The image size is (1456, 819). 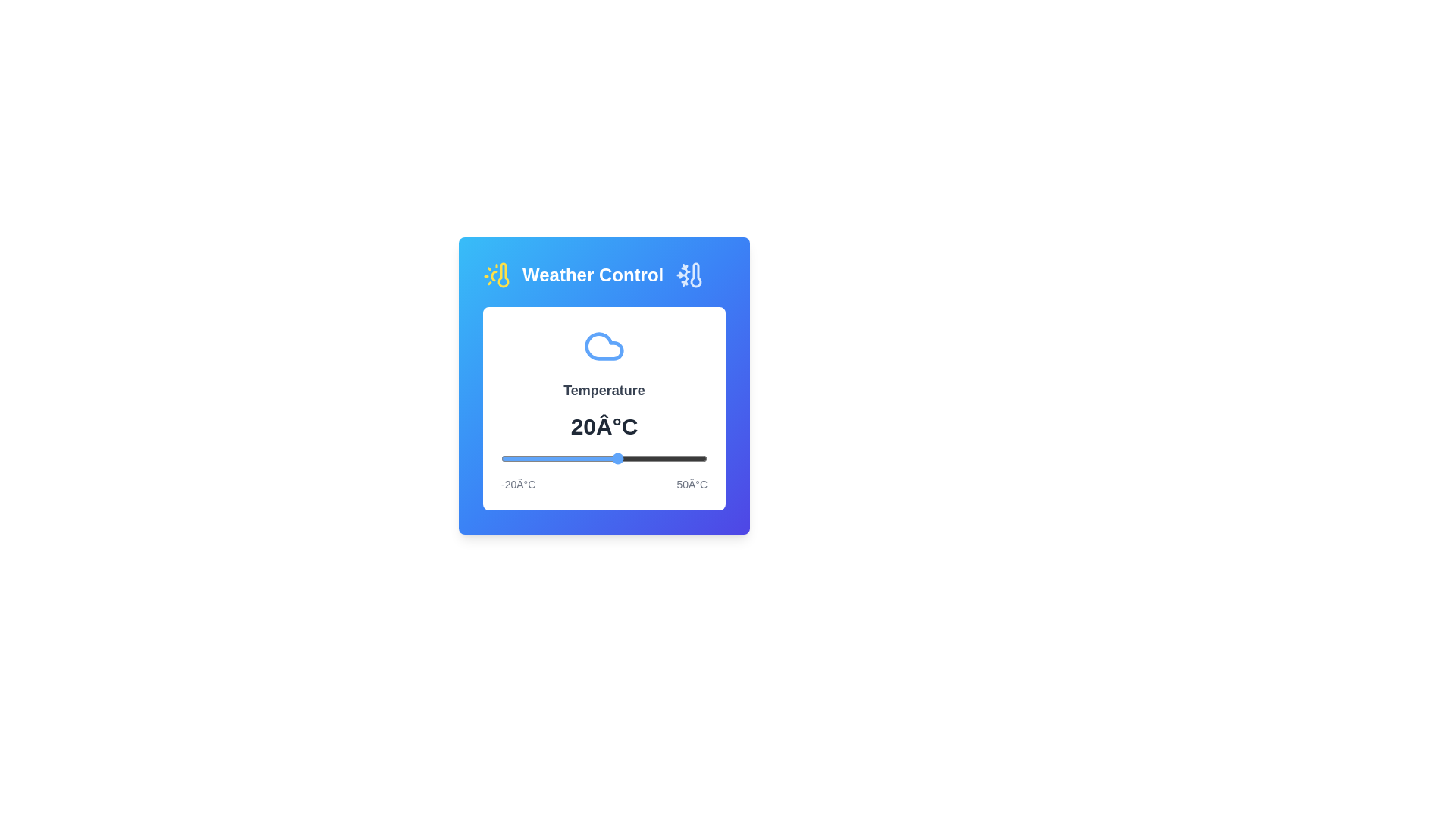 I want to click on the temperature to 37°C using the slider, so click(x=668, y=458).